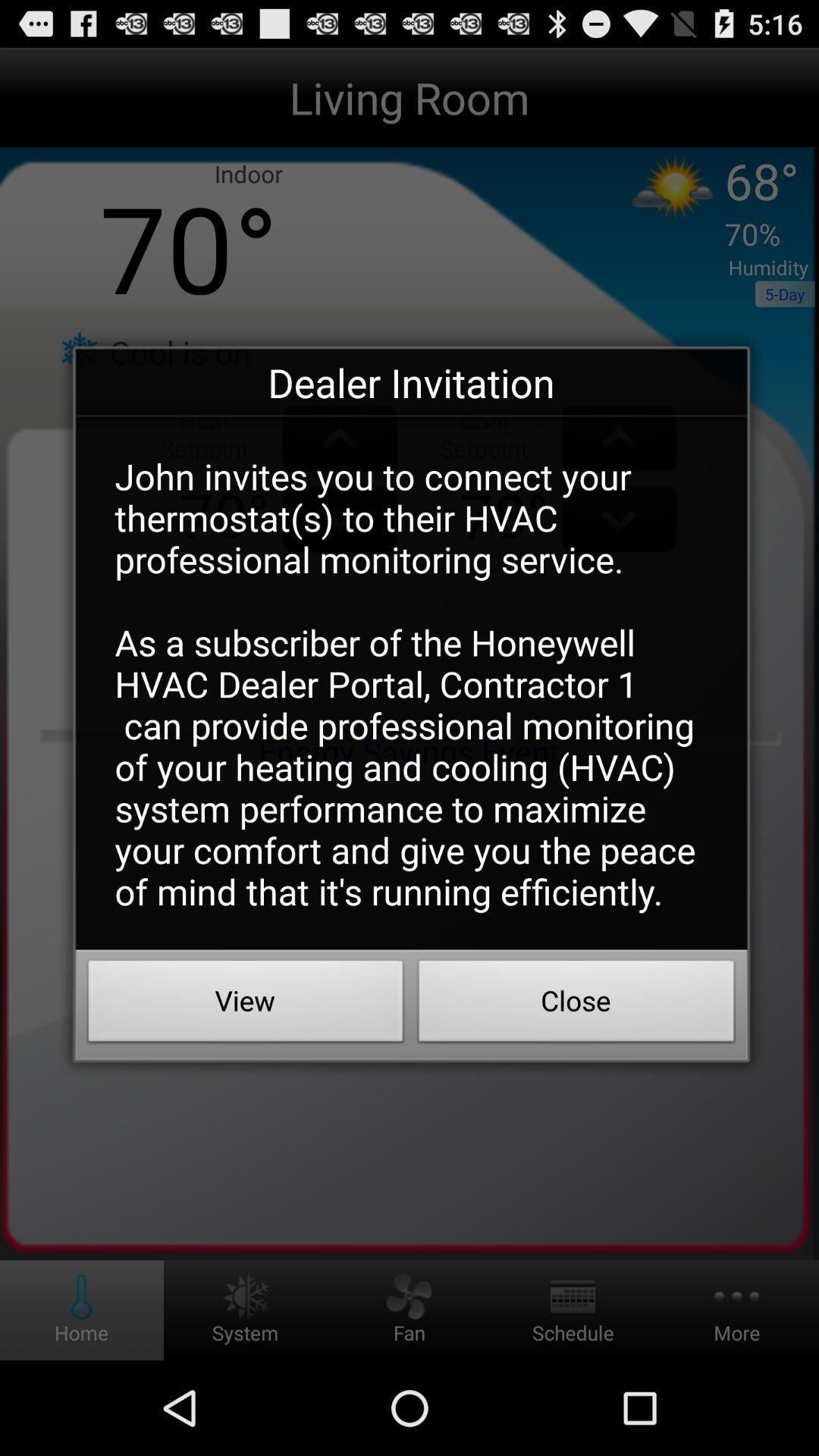  What do you see at coordinates (245, 1005) in the screenshot?
I see `button to the left of close` at bounding box center [245, 1005].